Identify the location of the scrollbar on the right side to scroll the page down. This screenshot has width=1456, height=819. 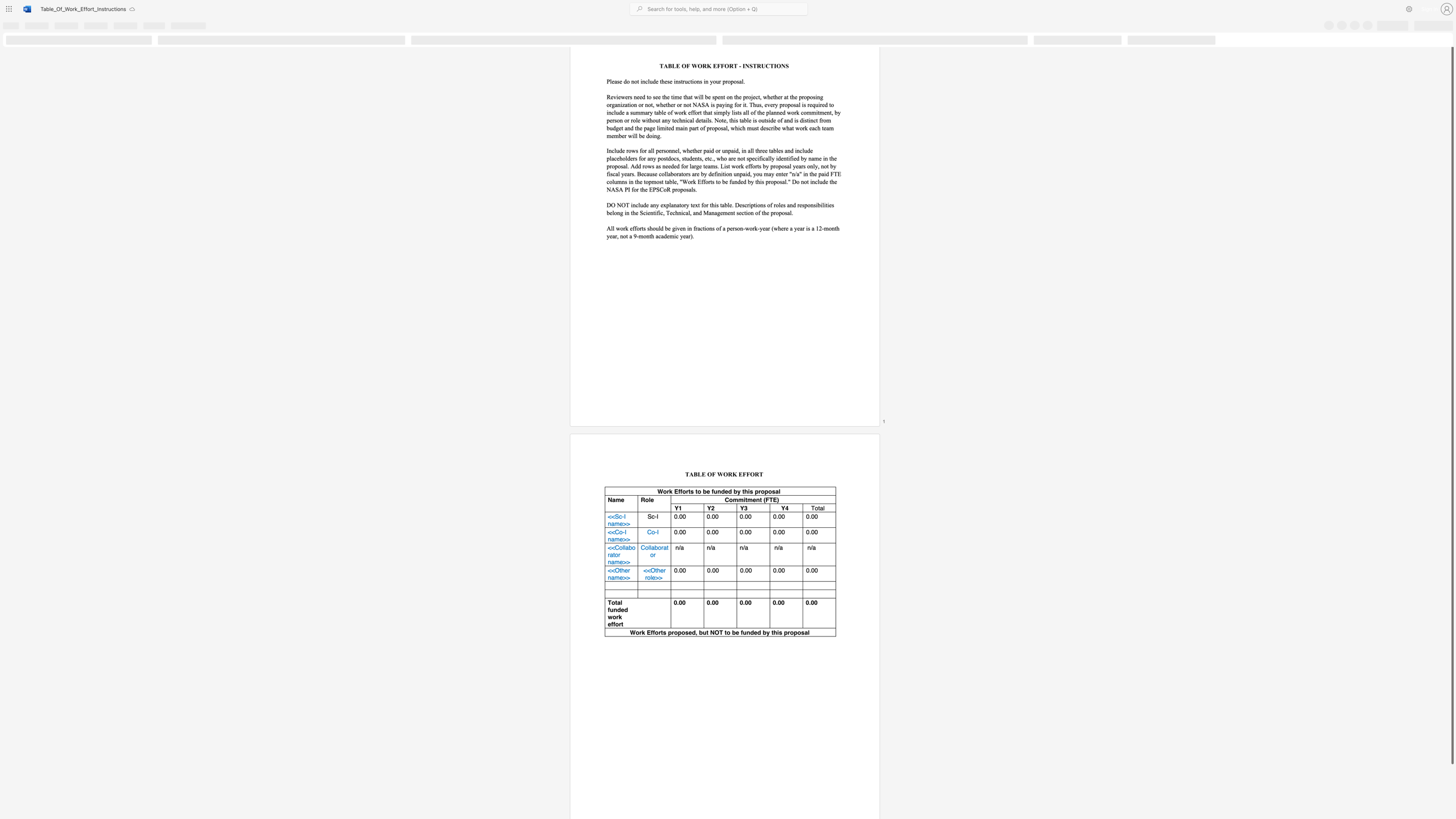
(1451, 785).